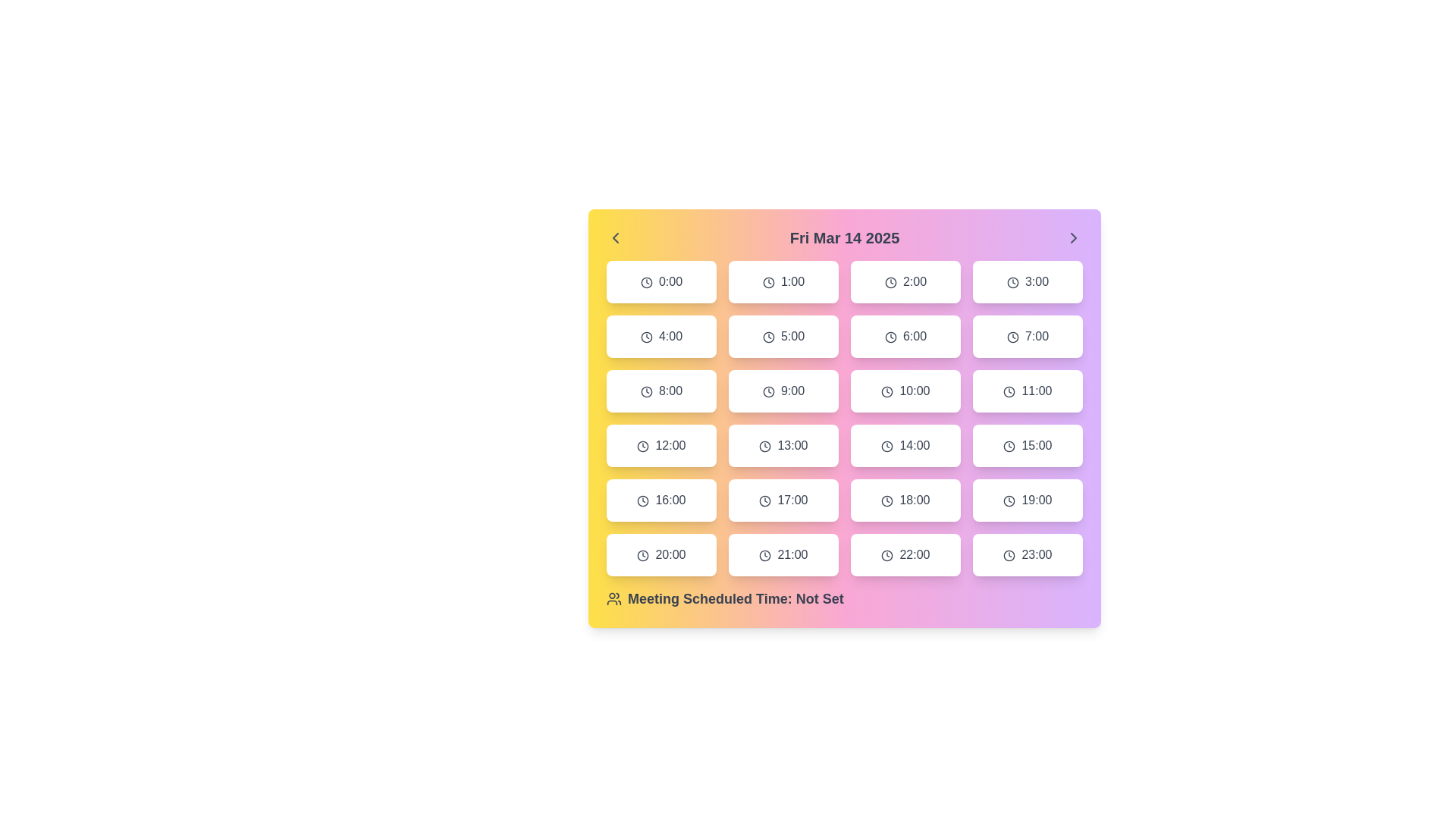  Describe the element at coordinates (661, 281) in the screenshot. I see `the square card button with a white background and inline clock icon, labeled '0:00', located at the top-left corner of the grid layout` at that location.